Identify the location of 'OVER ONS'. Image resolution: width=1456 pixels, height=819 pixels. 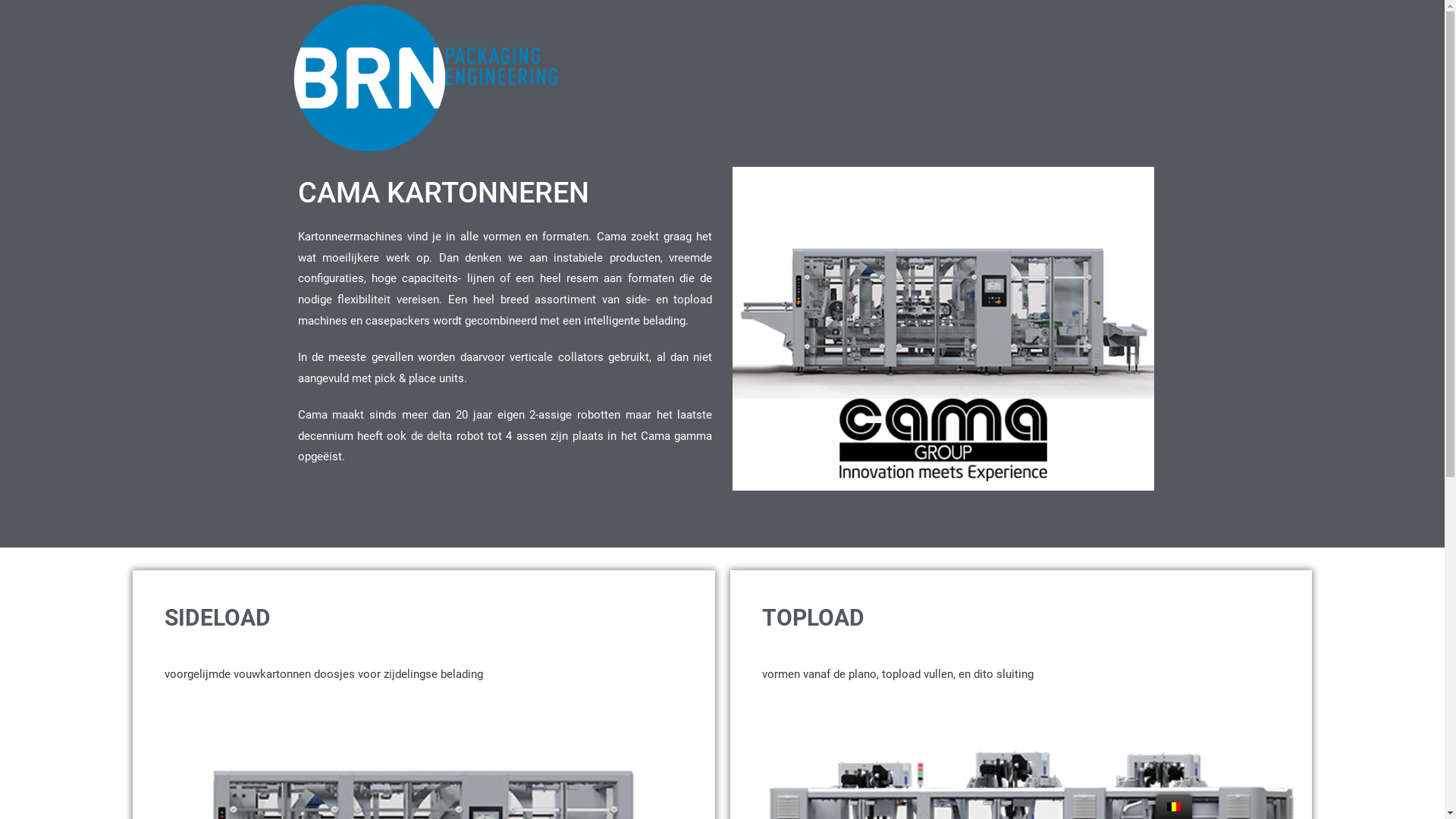
(1012, 55).